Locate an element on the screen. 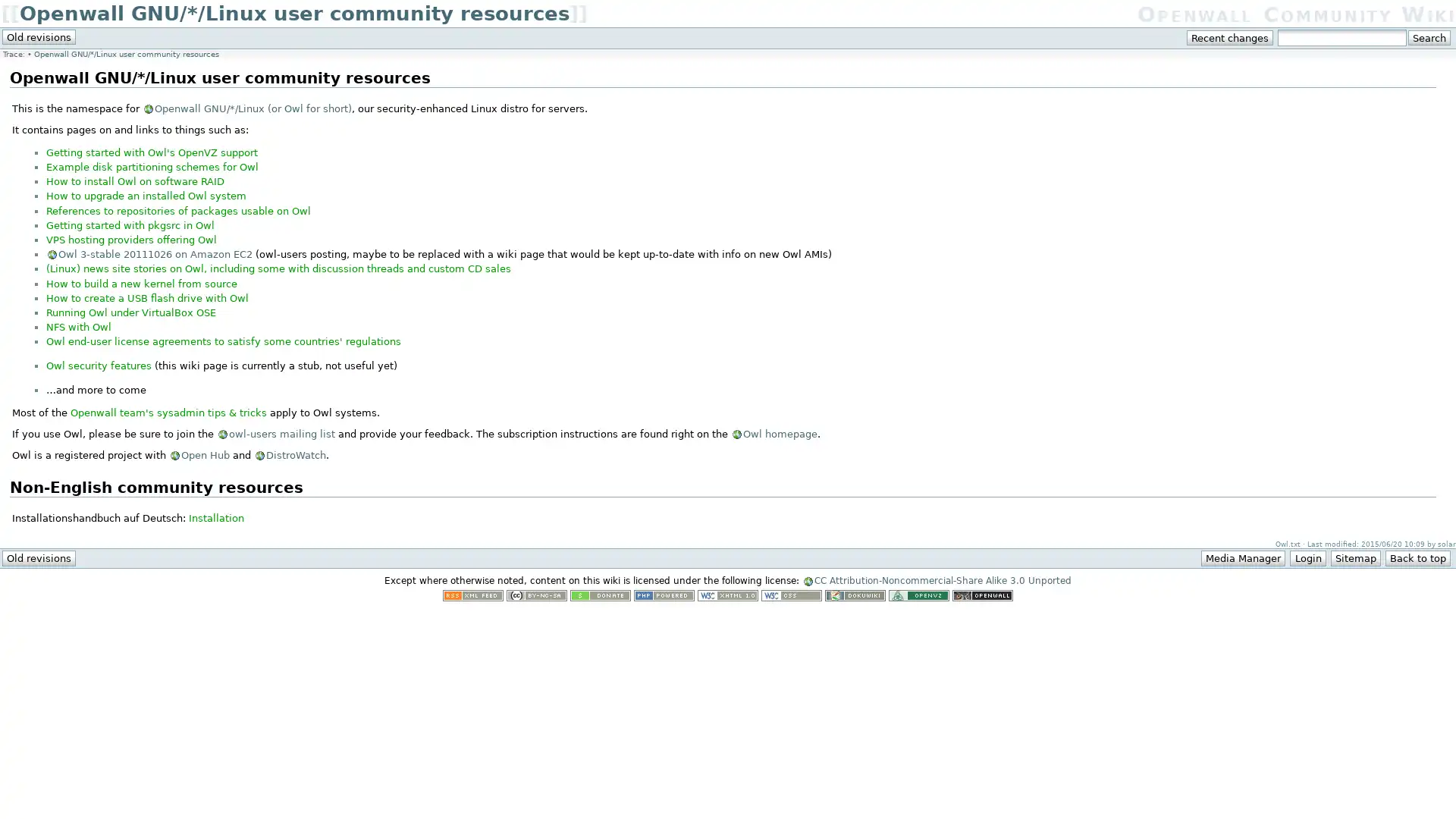 The width and height of the screenshot is (1456, 819). Recent changes is located at coordinates (1230, 37).